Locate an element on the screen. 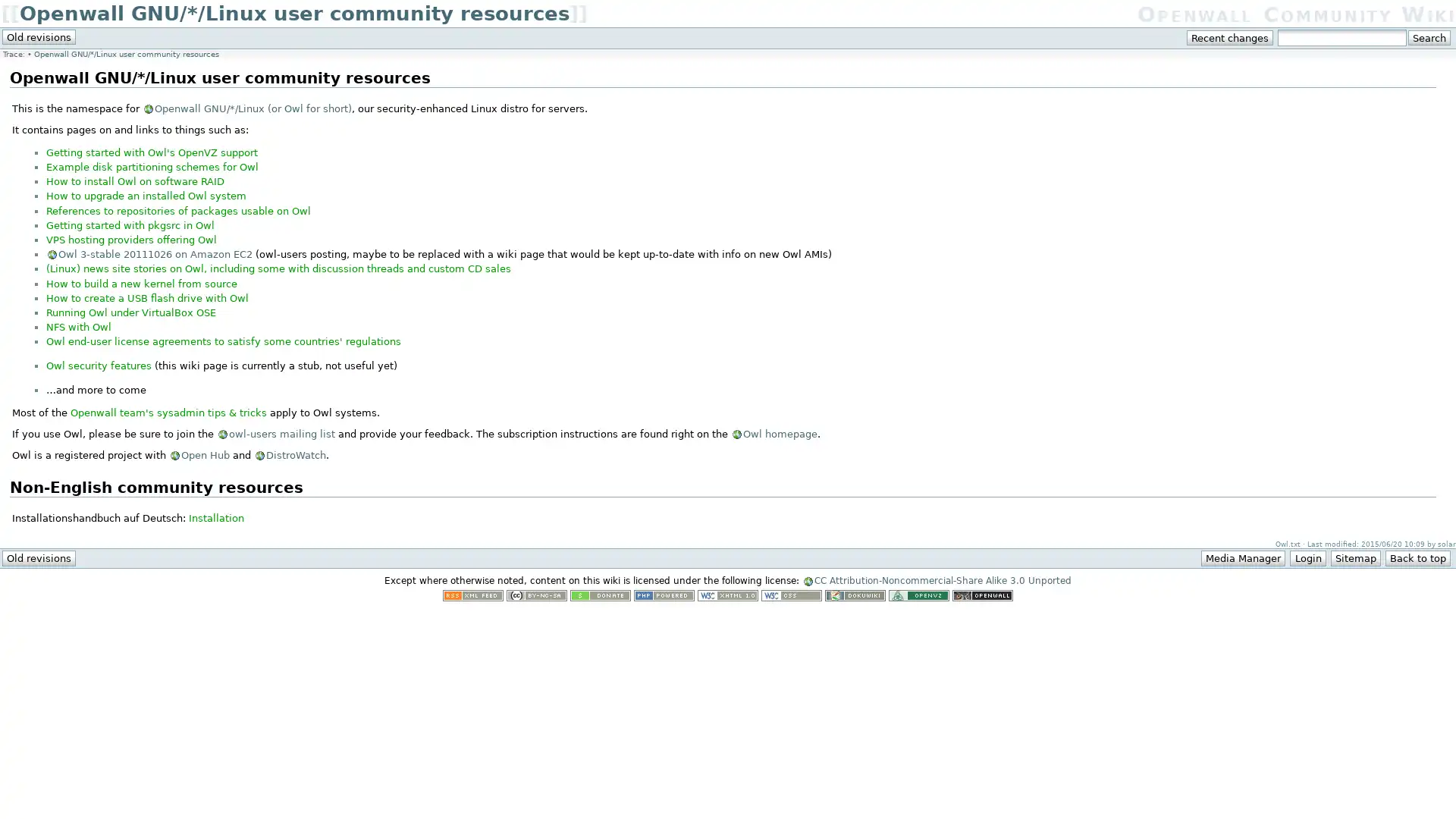 The width and height of the screenshot is (1456, 819). Recent changes is located at coordinates (1230, 37).